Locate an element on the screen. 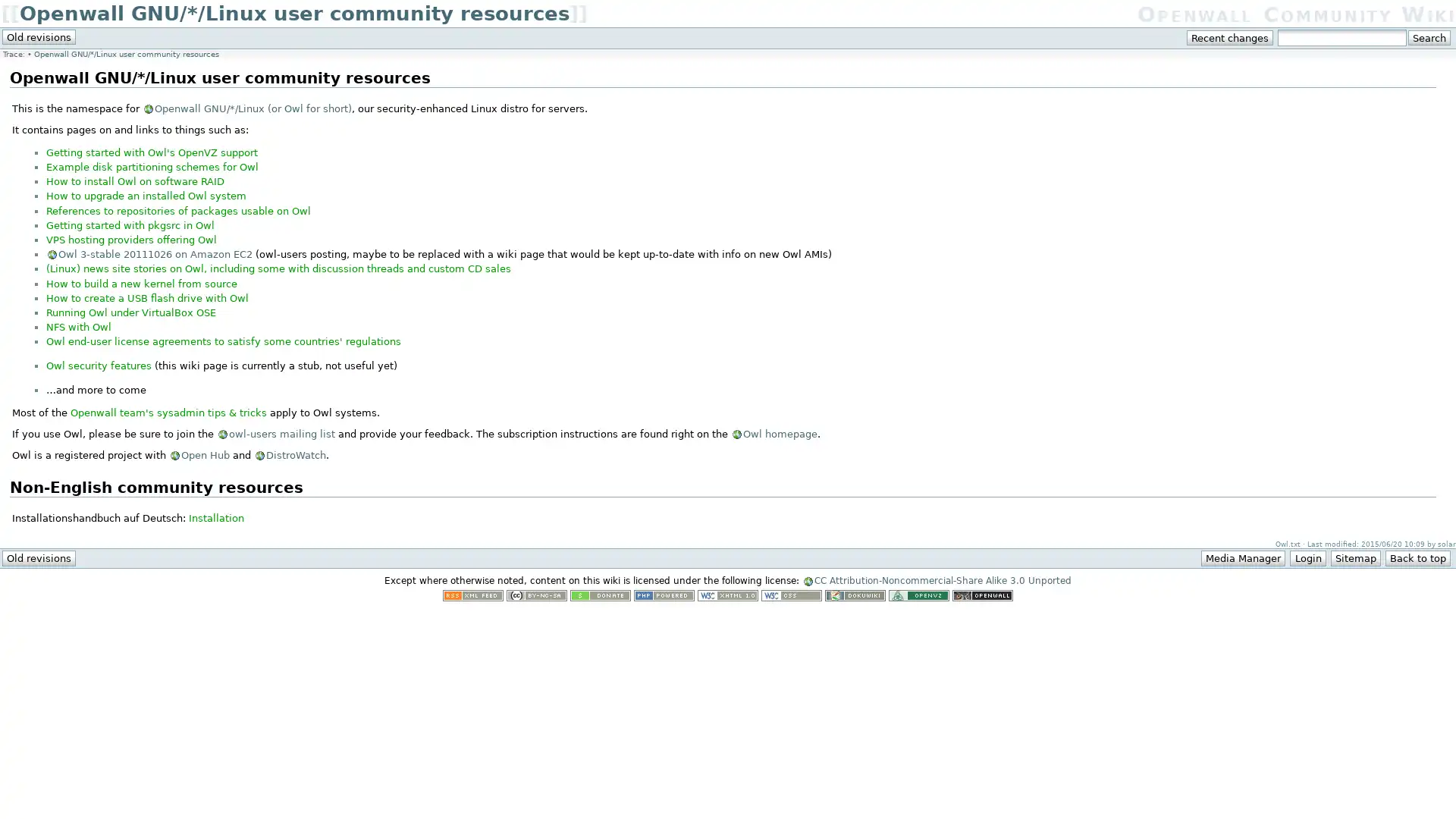 The width and height of the screenshot is (1456, 819). Recent changes is located at coordinates (1230, 37).